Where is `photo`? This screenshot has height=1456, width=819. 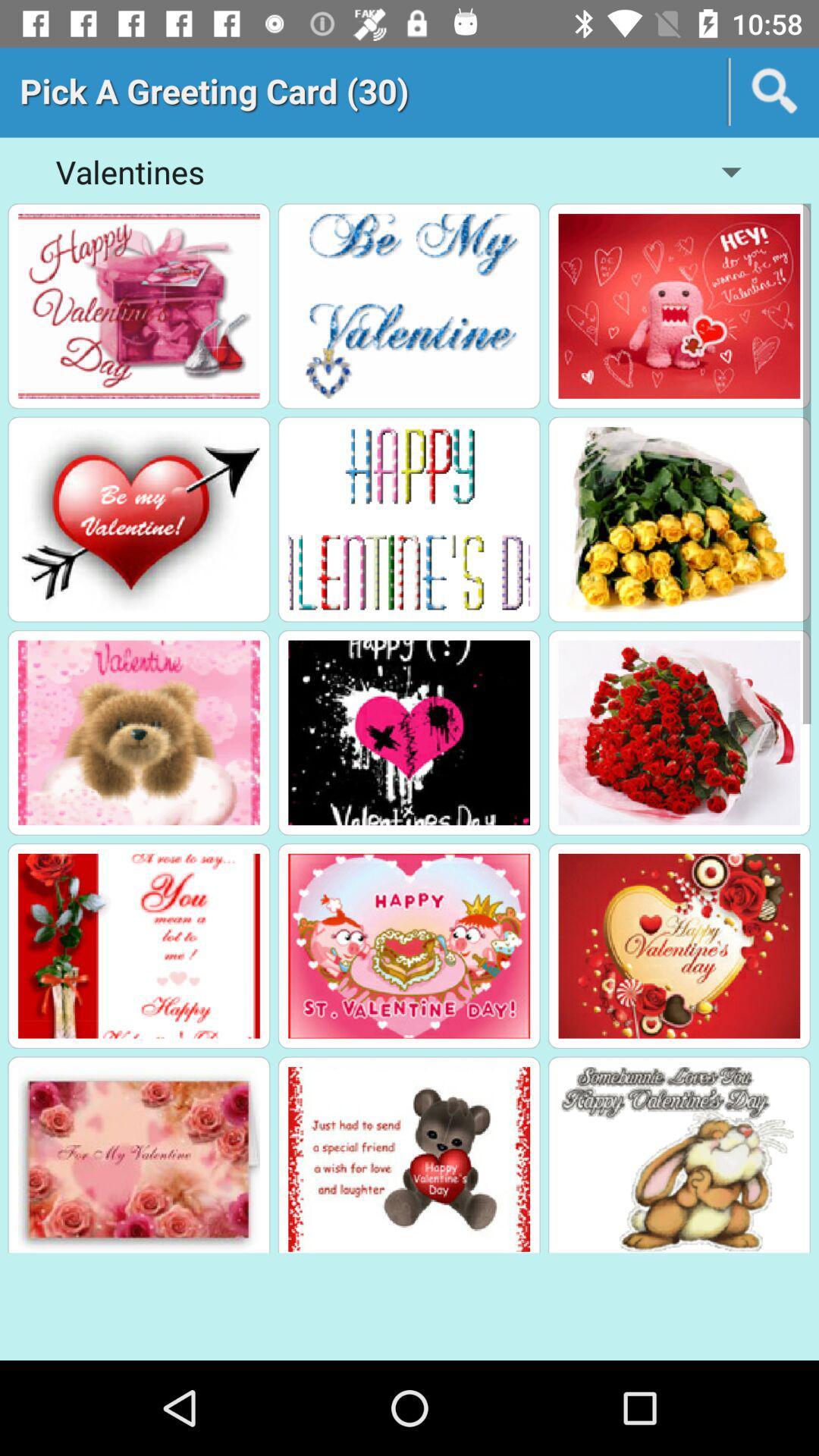
photo is located at coordinates (408, 945).